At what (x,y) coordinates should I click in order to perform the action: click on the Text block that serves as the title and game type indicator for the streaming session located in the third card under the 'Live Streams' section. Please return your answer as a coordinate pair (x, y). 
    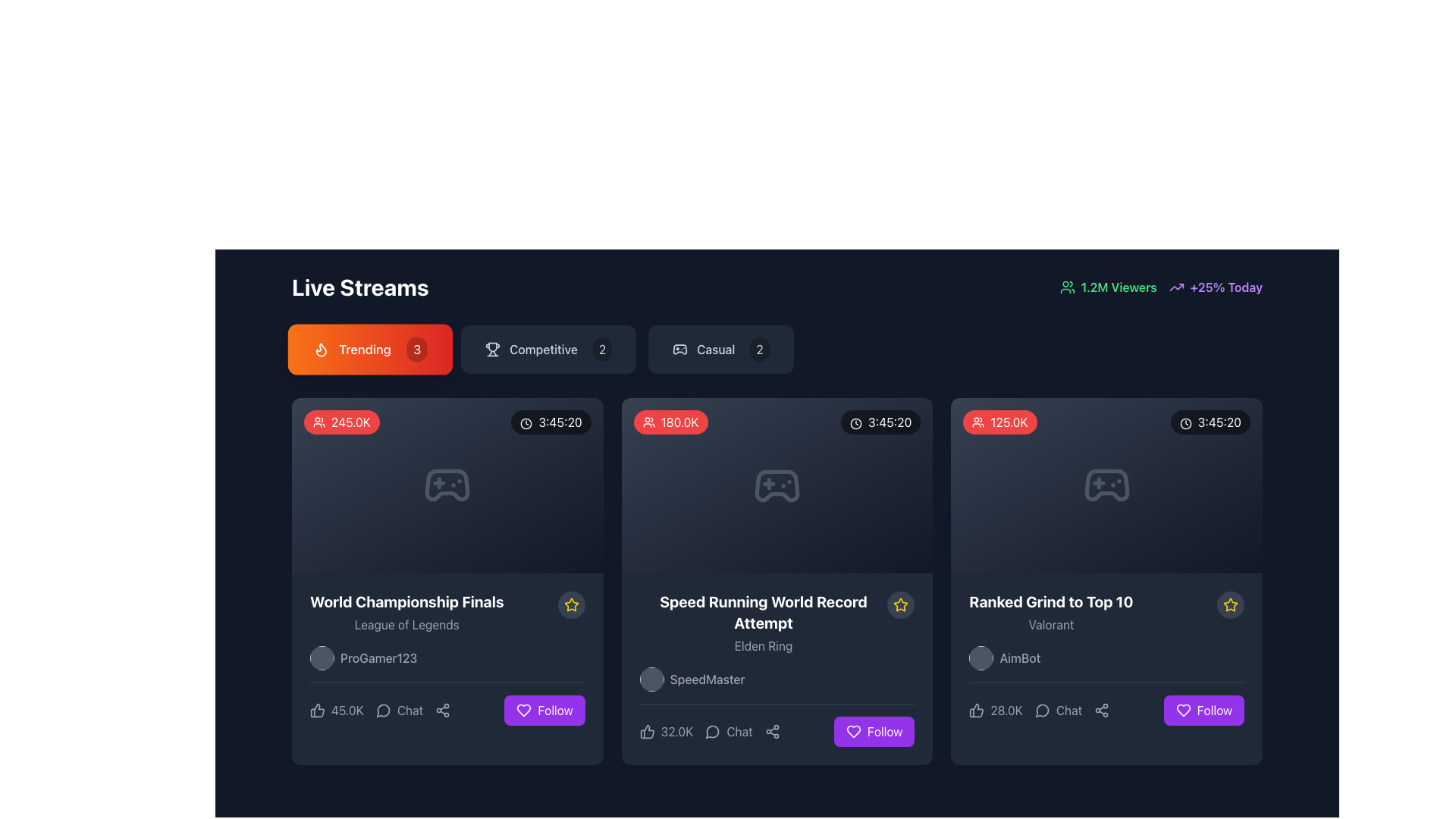
    Looking at the image, I should click on (1106, 611).